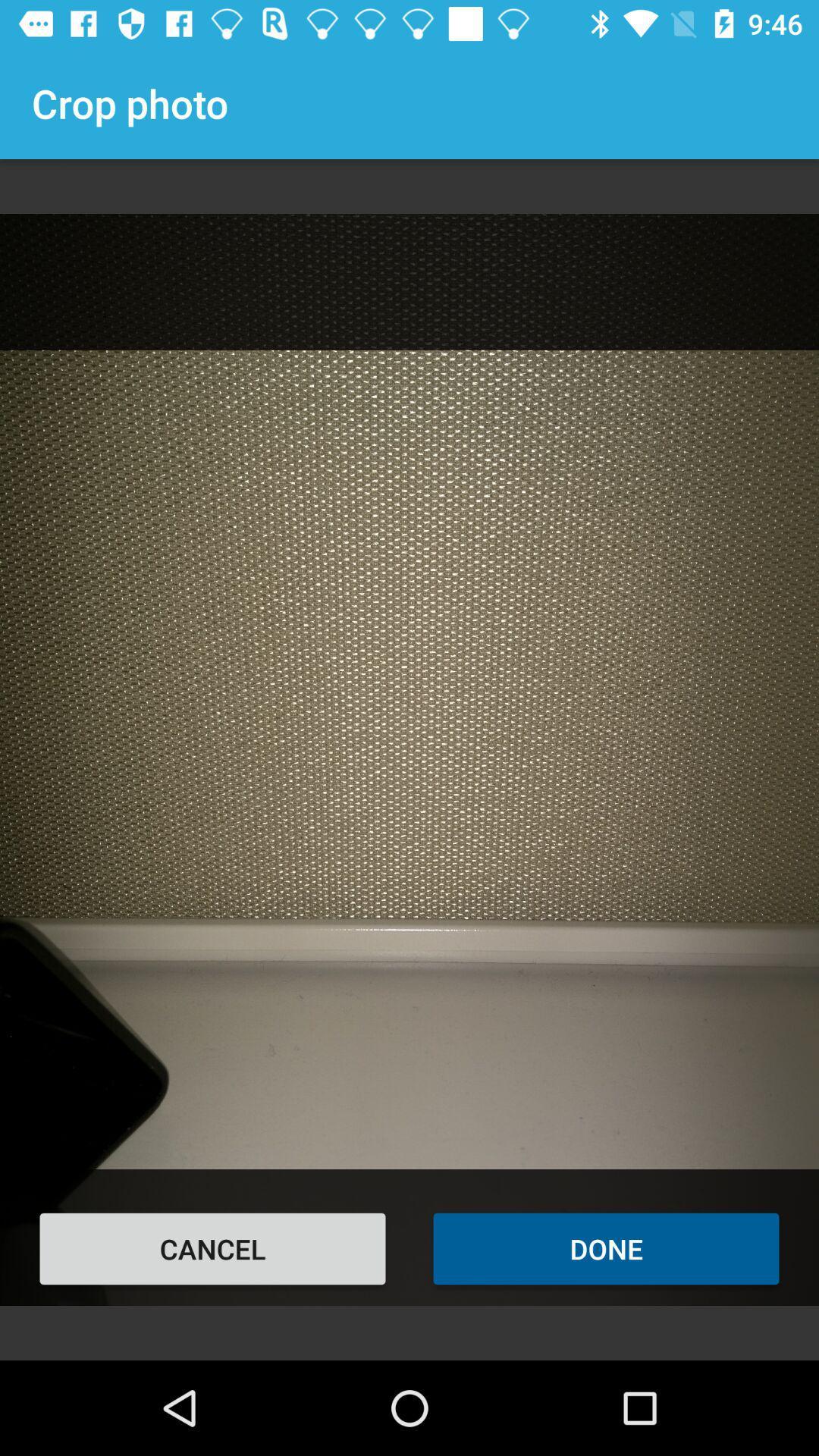  Describe the element at coordinates (605, 1248) in the screenshot. I see `item to the right of cancel item` at that location.